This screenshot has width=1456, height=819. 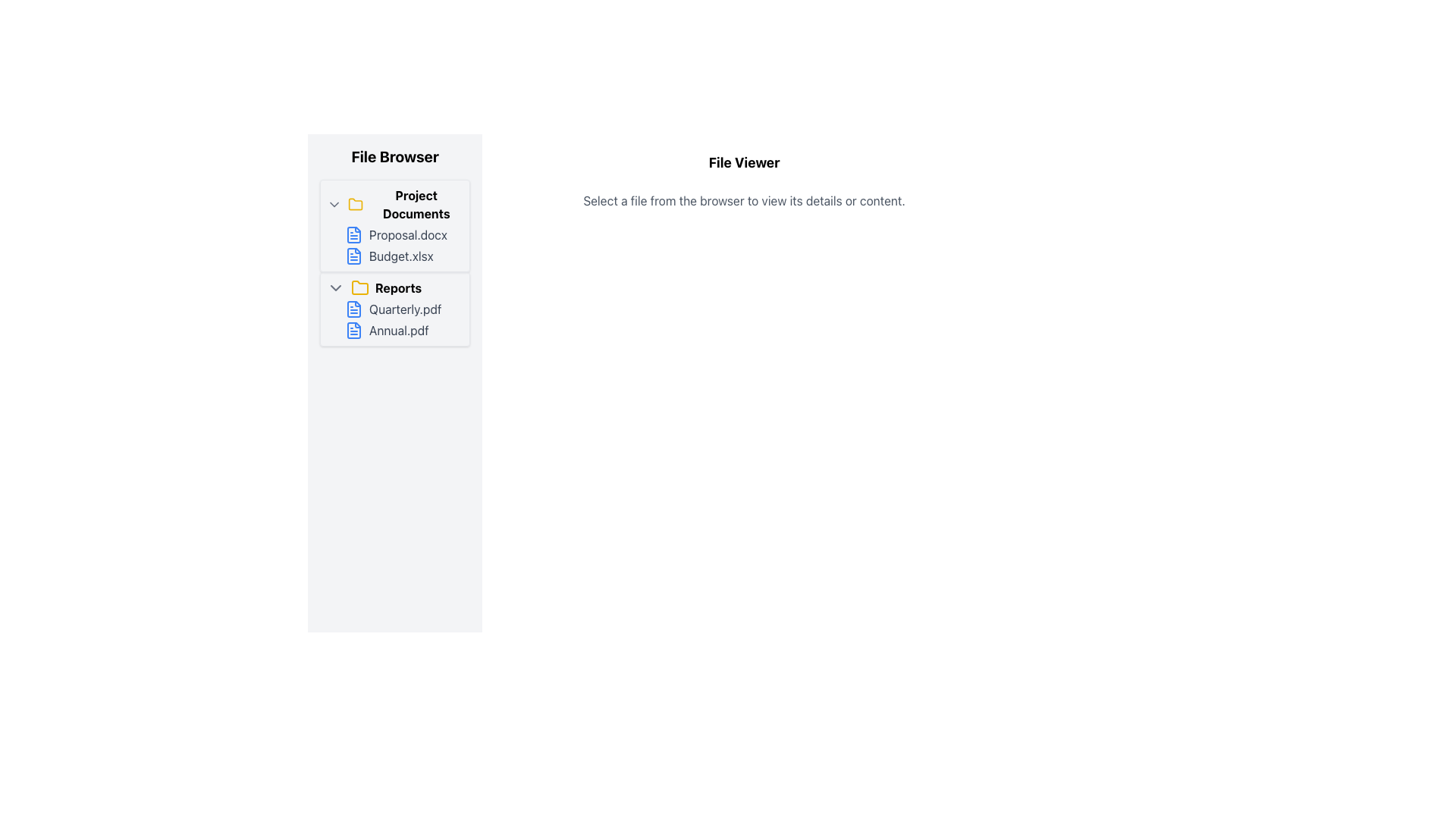 What do you see at coordinates (353, 256) in the screenshot?
I see `the file icon representing 'Budget.xlsx', which has a blue outline and white fill` at bounding box center [353, 256].